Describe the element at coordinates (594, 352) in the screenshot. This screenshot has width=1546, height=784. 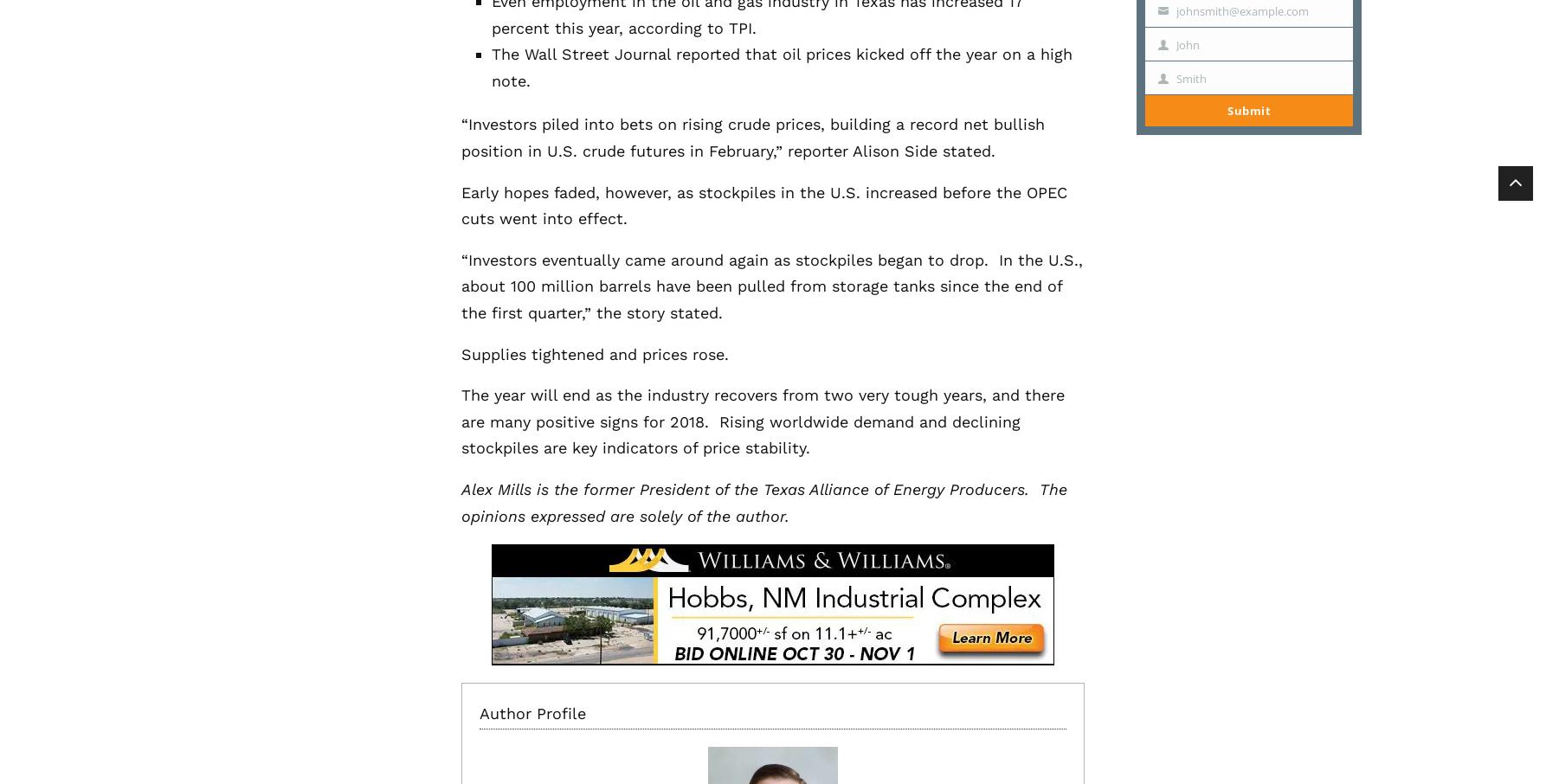
I see `'Supplies tightened and prices rose.'` at that location.